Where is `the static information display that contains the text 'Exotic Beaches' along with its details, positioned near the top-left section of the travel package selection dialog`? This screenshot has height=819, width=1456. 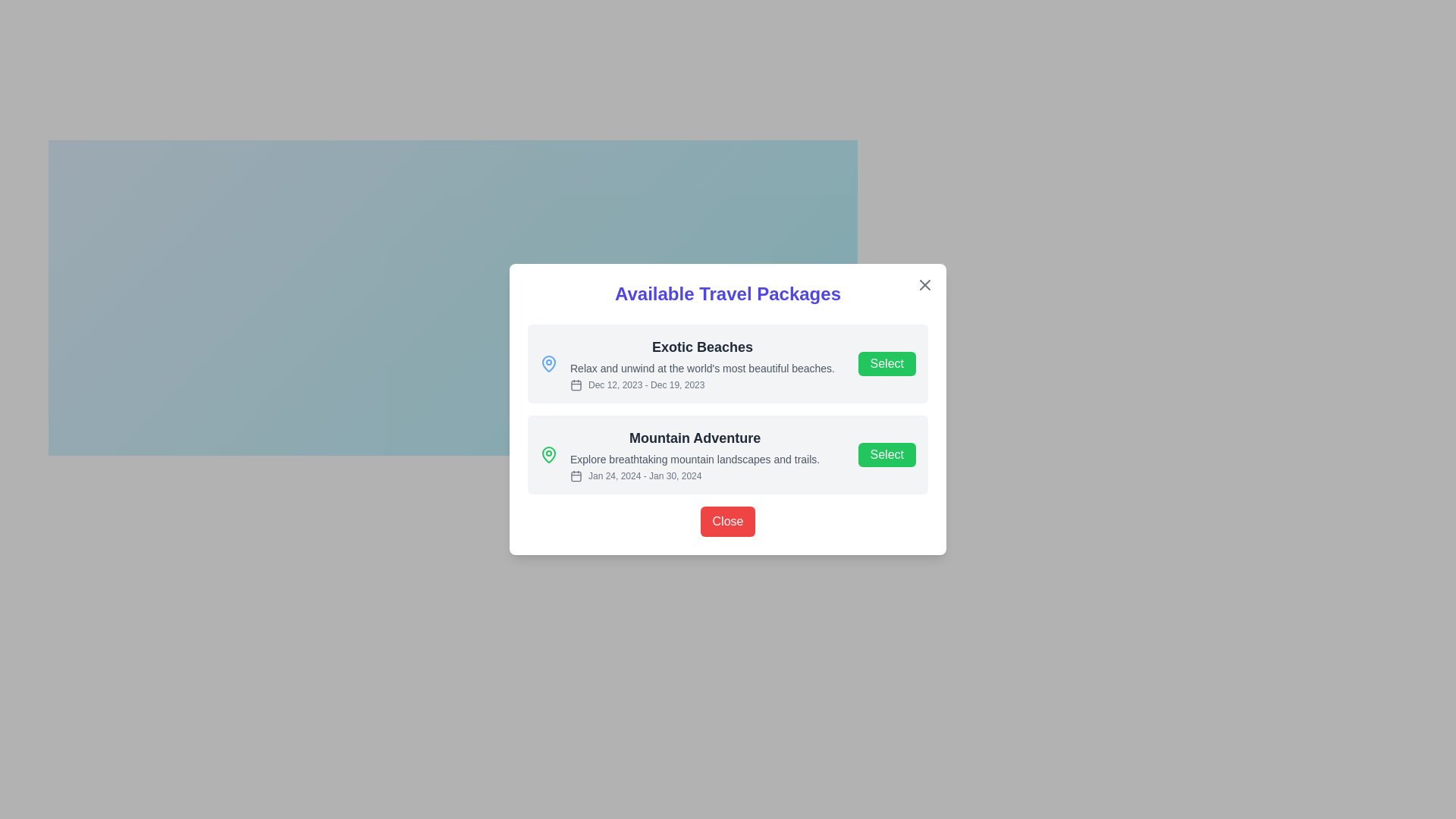
the static information display that contains the text 'Exotic Beaches' along with its details, positioned near the top-left section of the travel package selection dialog is located at coordinates (701, 363).